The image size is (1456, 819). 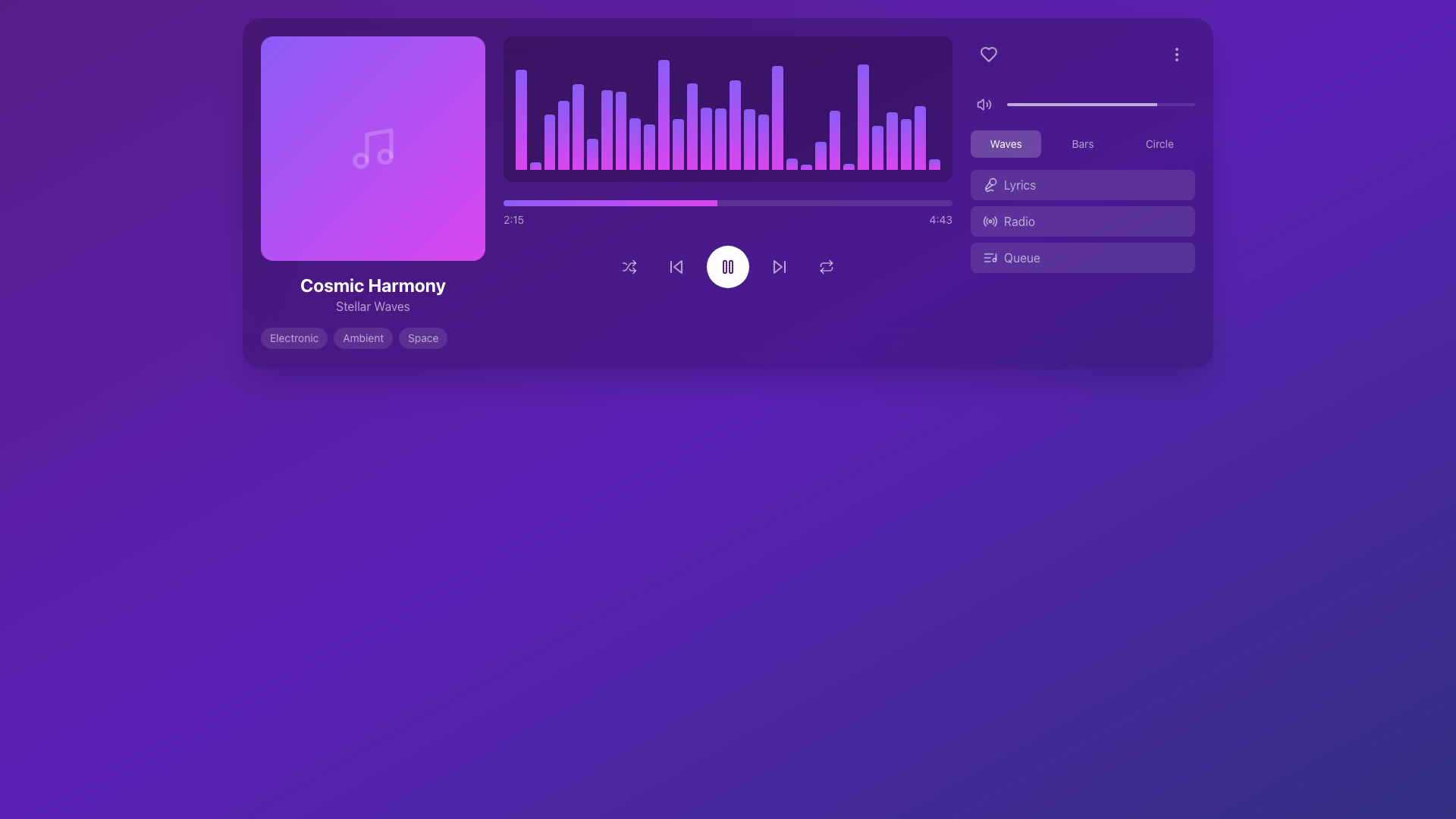 What do you see at coordinates (621, 130) in the screenshot?
I see `the eighth vertical bar in the bar chart, which has a gradient color from fuchsia at the bottom to violet at the top and a rounded top` at bounding box center [621, 130].